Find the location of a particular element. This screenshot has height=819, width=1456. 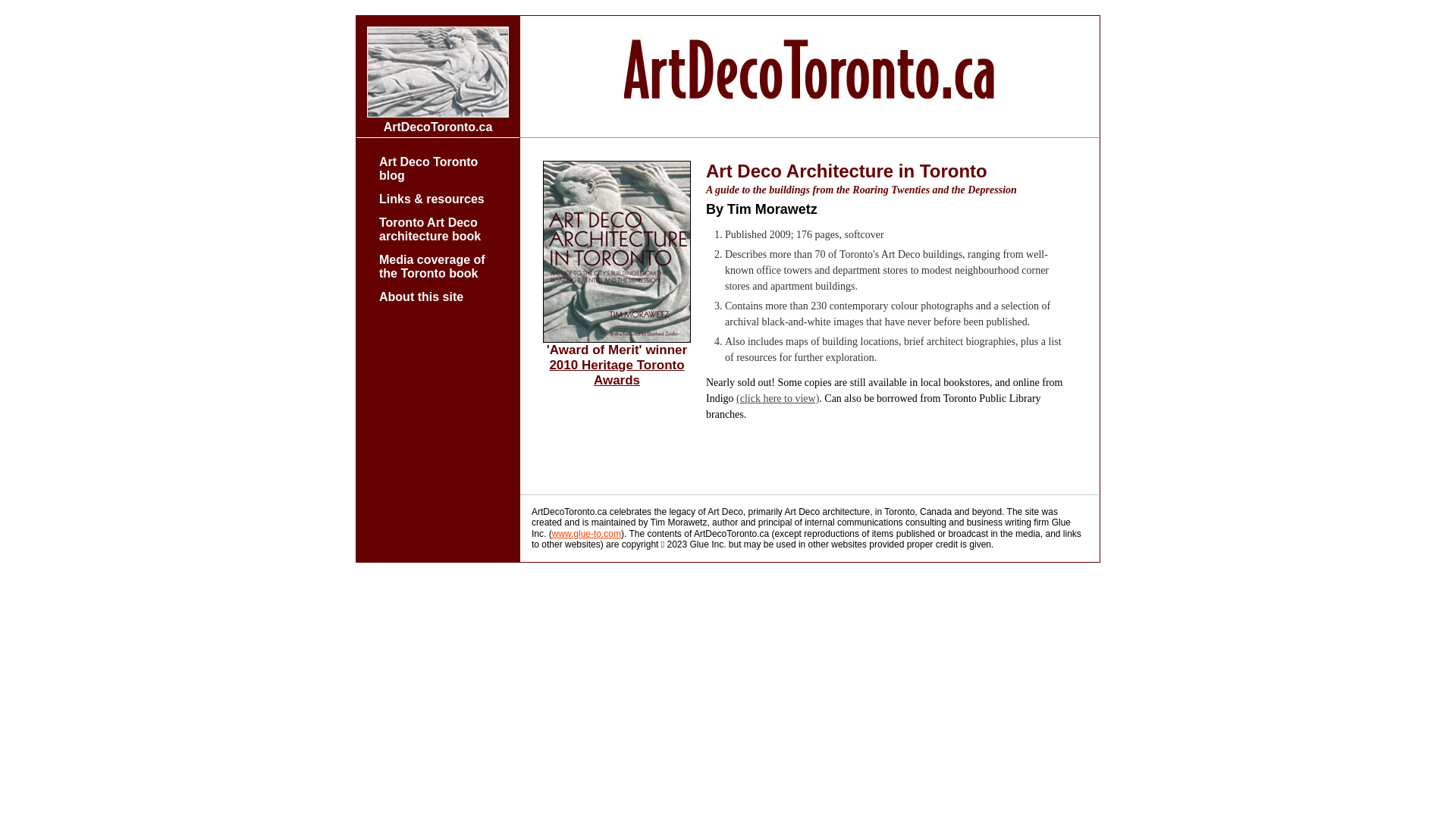

'2010 Heritage Toronto is located at coordinates (548, 372).